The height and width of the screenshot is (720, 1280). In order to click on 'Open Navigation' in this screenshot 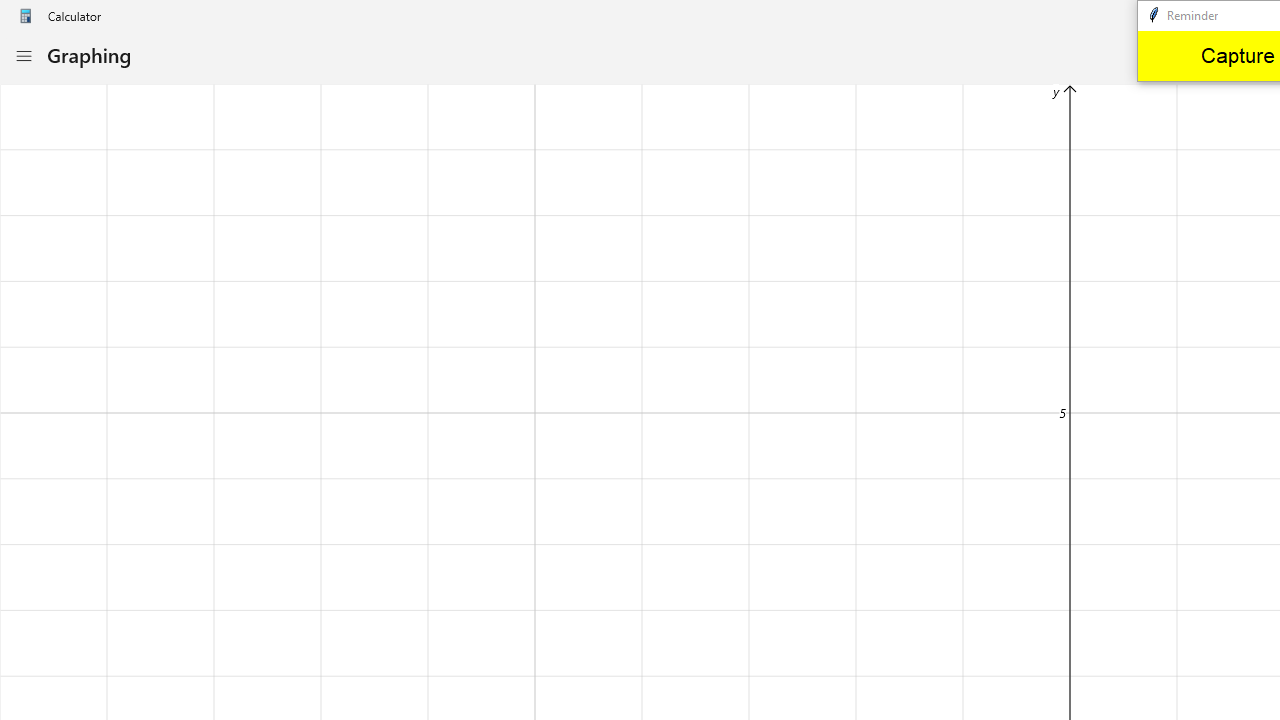, I will do `click(23, 55)`.